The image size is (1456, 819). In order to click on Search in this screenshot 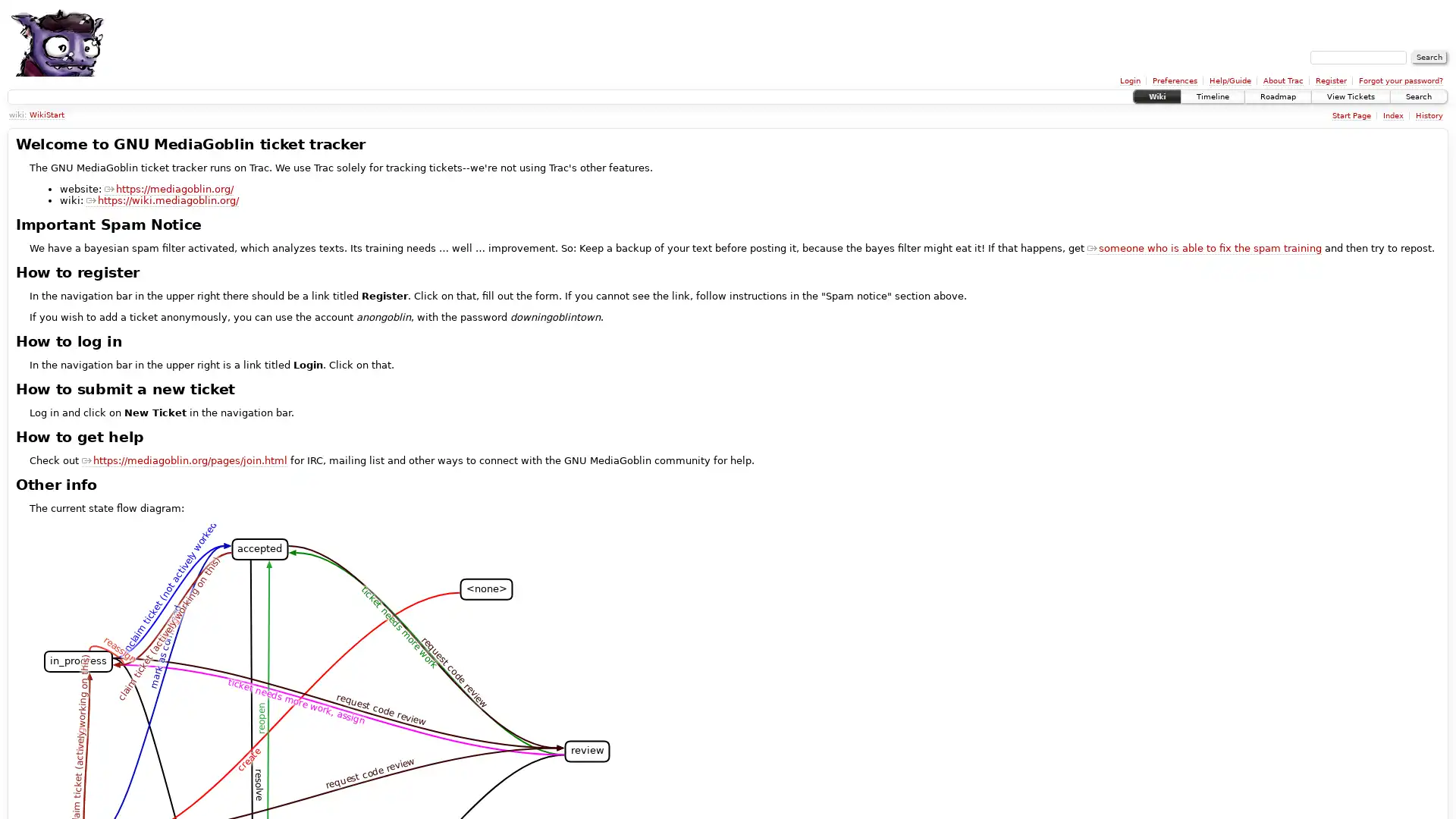, I will do `click(1429, 57)`.